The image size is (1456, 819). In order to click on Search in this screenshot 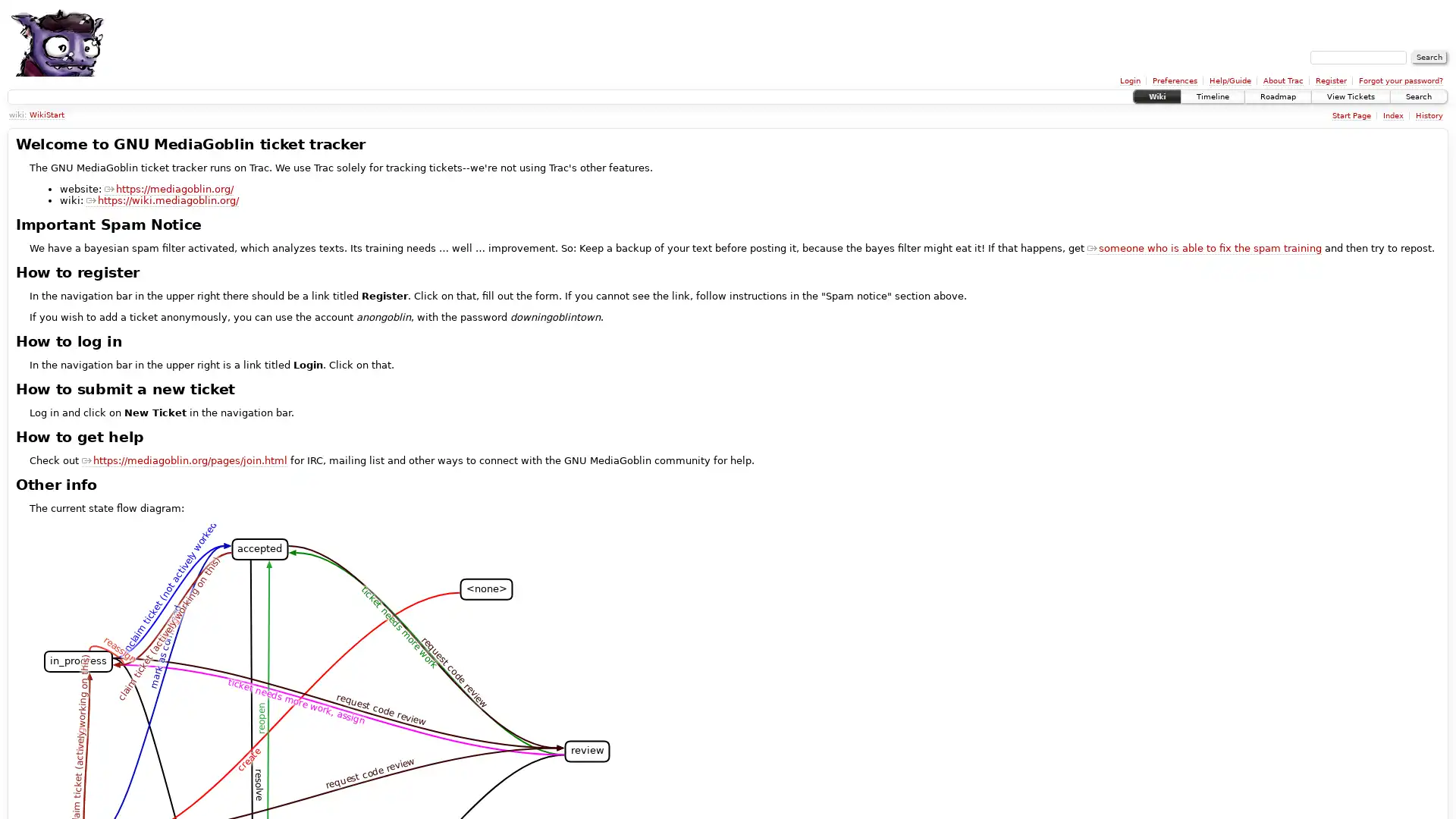, I will do `click(1429, 57)`.